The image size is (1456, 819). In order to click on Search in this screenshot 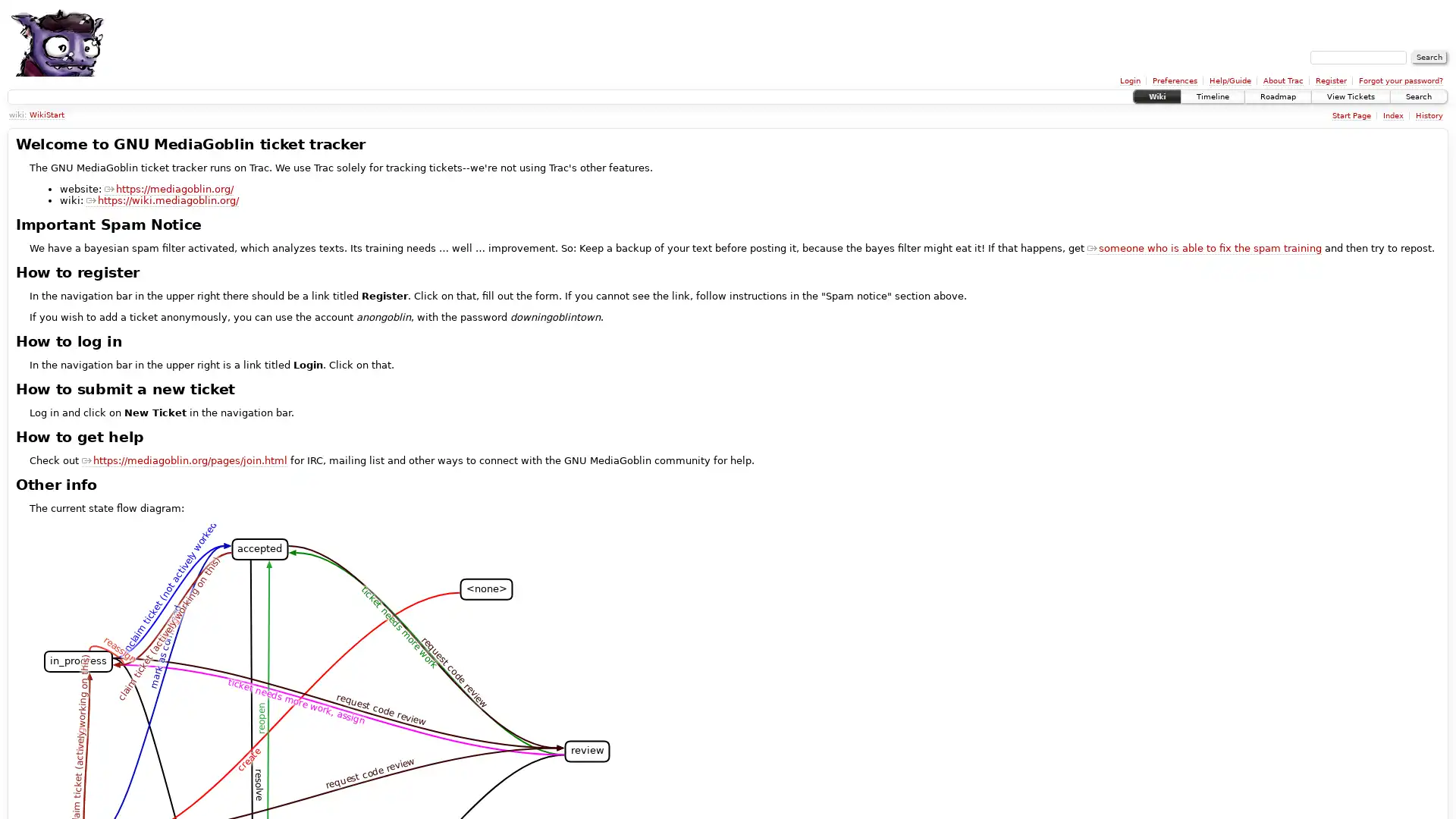, I will do `click(1429, 57)`.